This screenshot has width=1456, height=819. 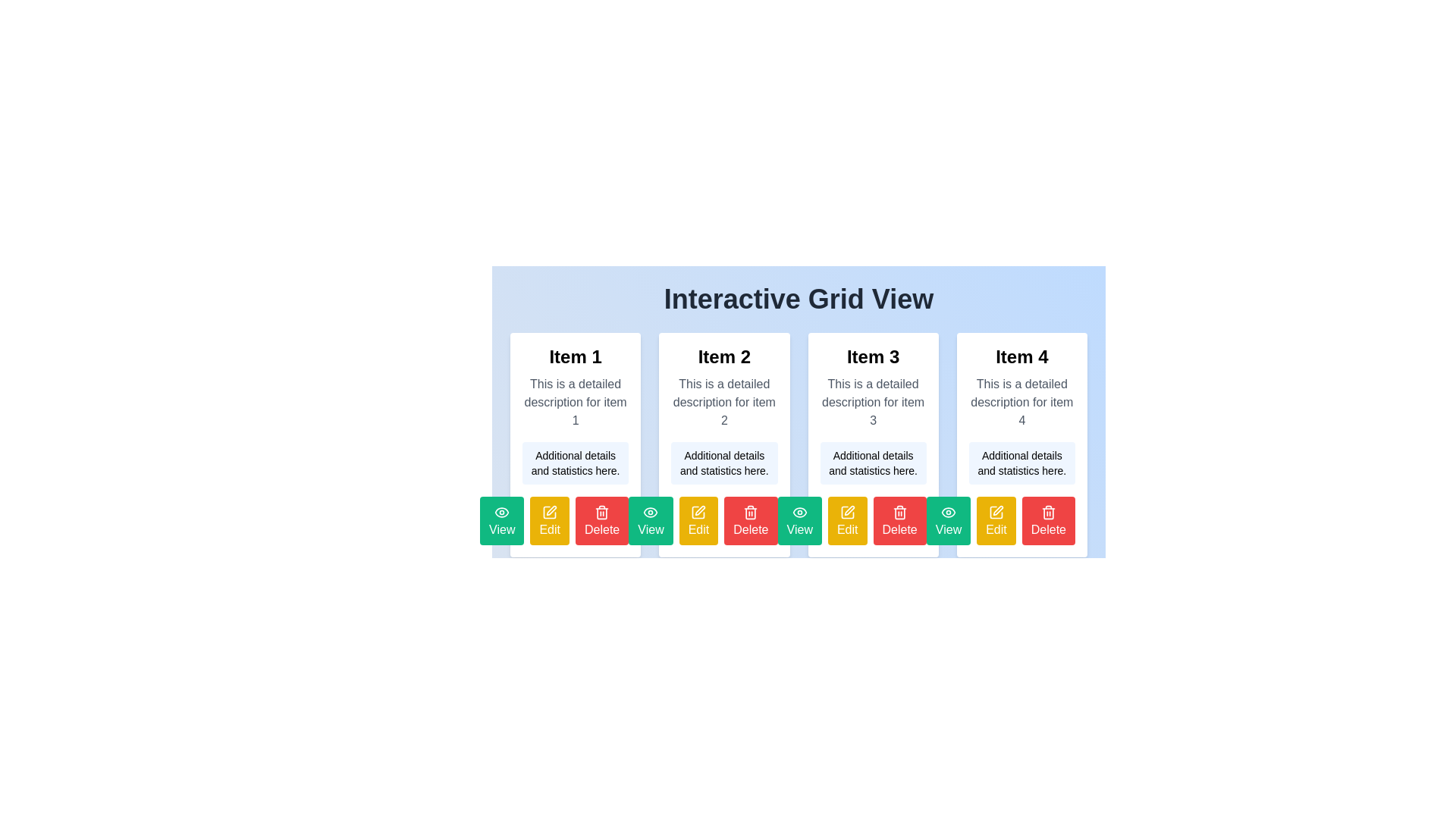 What do you see at coordinates (723, 444) in the screenshot?
I see `the rectangular card with a white background titled 'Item 2', which is the second item in the grid layout positioned between 'Item 1' and 'Item 3'` at bounding box center [723, 444].